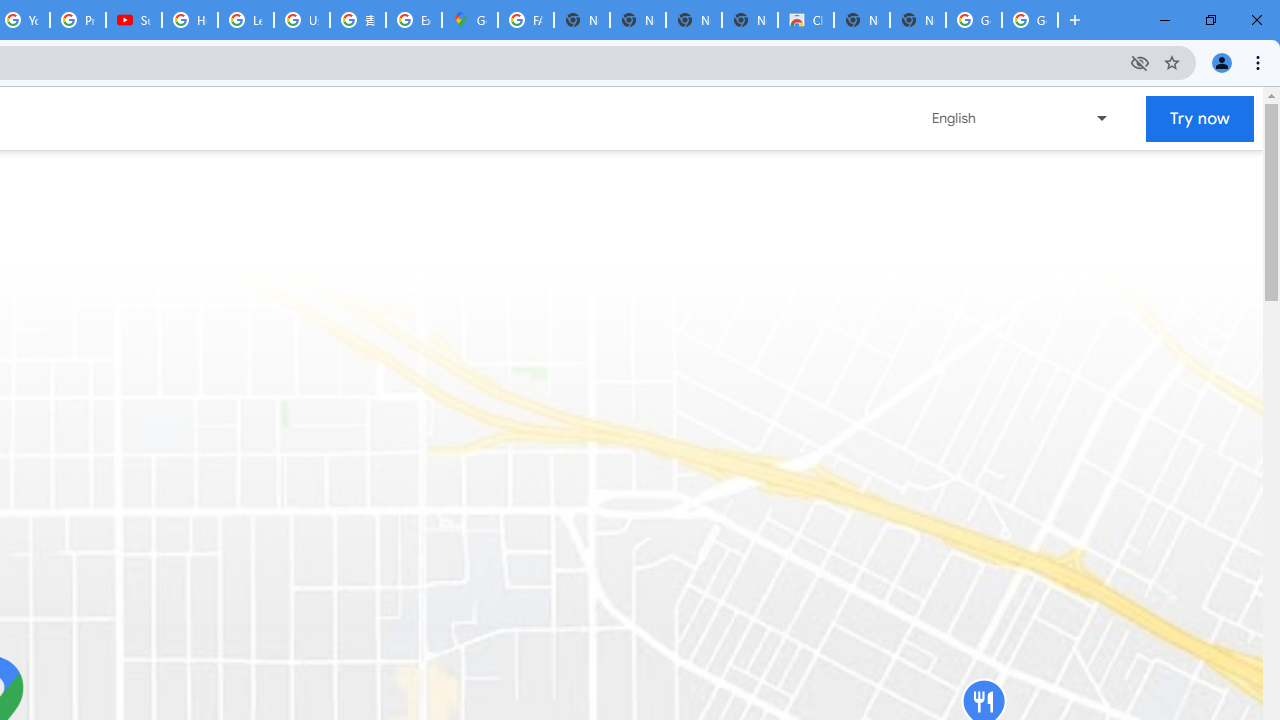  Describe the element at coordinates (1255, 20) in the screenshot. I see `'Close'` at that location.